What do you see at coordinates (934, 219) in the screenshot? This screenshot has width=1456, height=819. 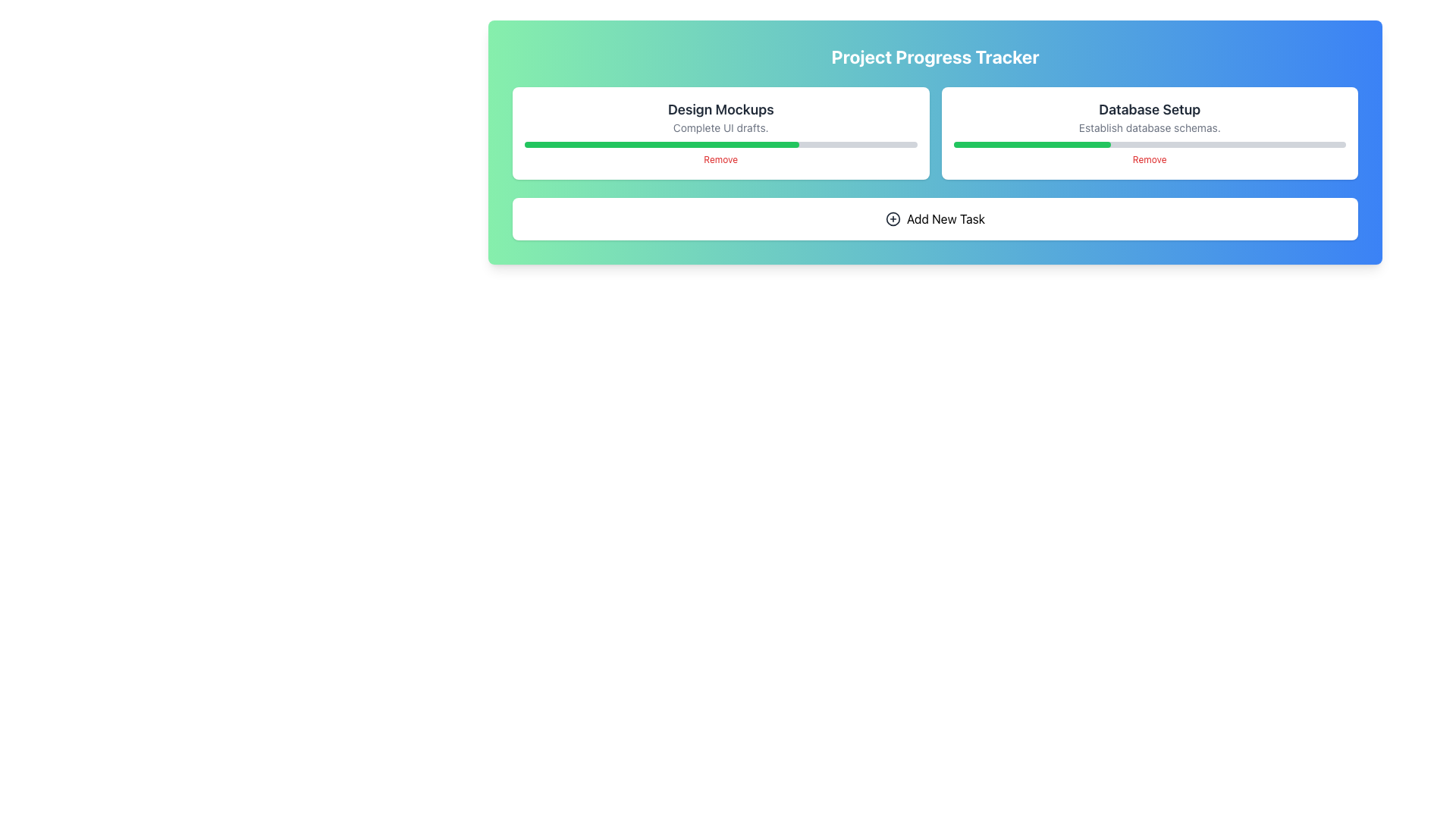 I see `the 'Add New Task' button, which is a rectangular button with rounded corners located at the bottom of the 'Project Progress Tracker' card` at bounding box center [934, 219].